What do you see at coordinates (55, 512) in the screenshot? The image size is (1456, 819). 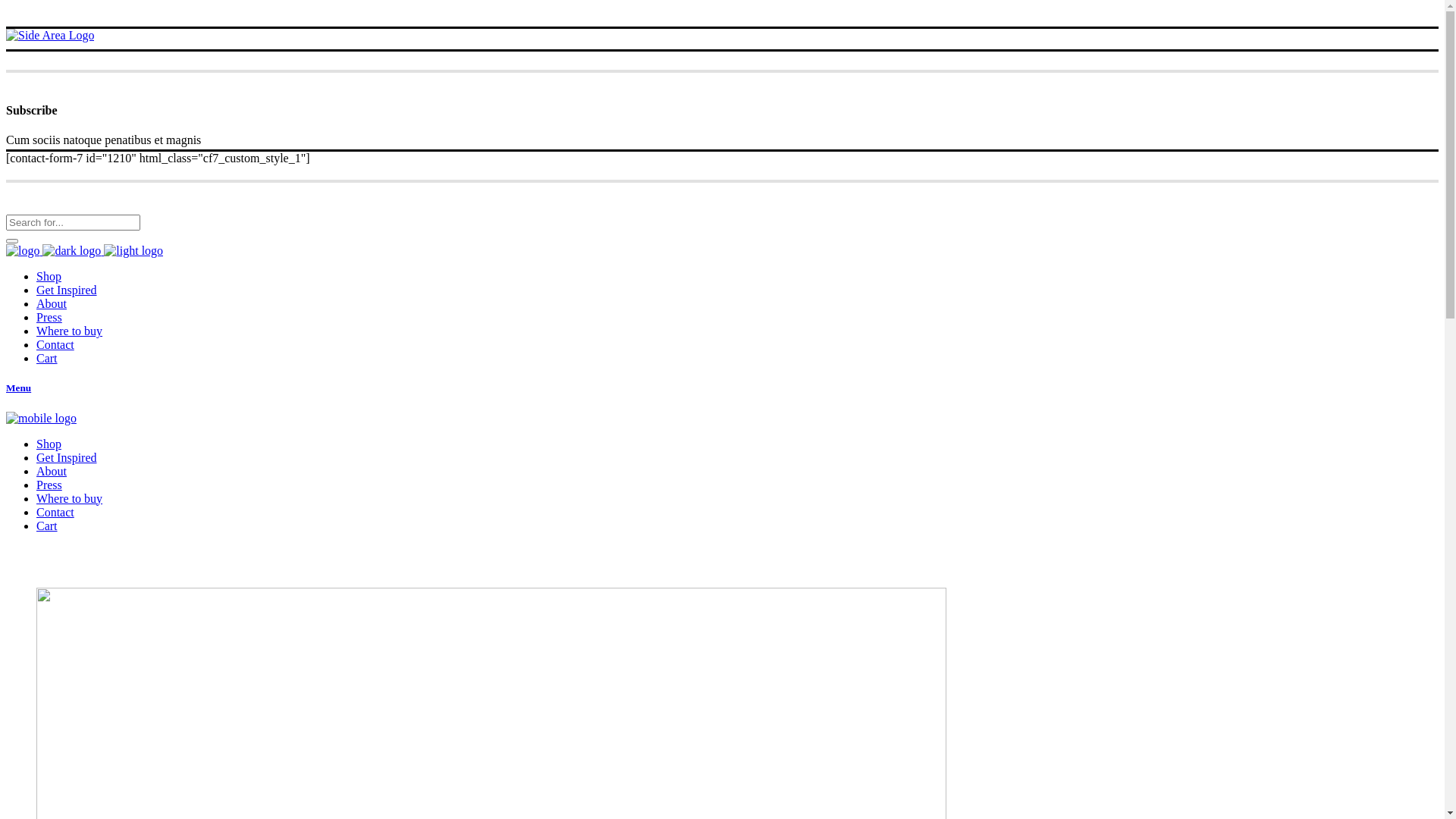 I see `'Contact'` at bounding box center [55, 512].